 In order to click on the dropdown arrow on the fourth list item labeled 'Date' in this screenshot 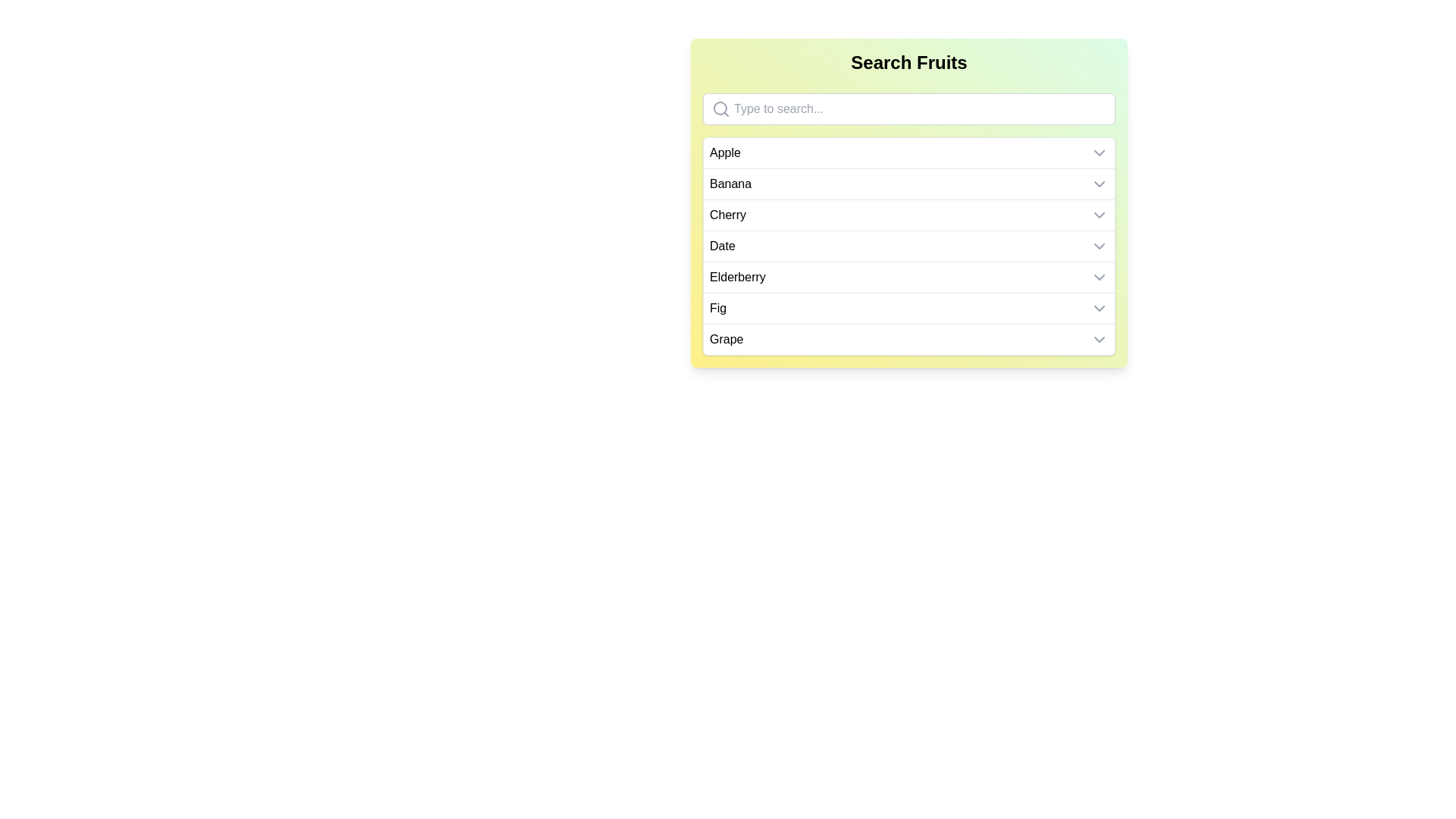, I will do `click(909, 245)`.